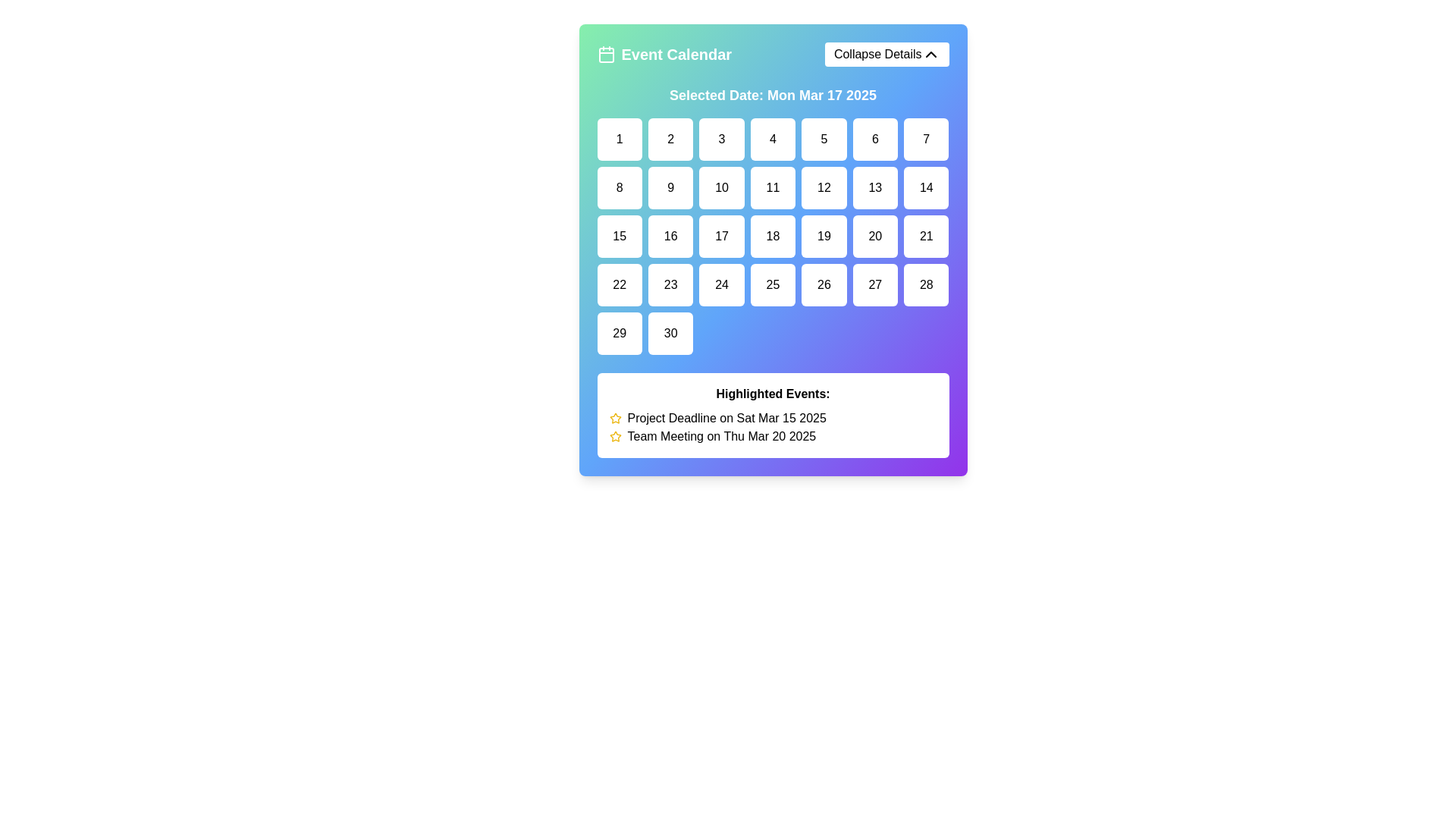 This screenshot has width=1456, height=819. I want to click on the rounded square button displaying the number '15', which is centrally located, so click(620, 237).